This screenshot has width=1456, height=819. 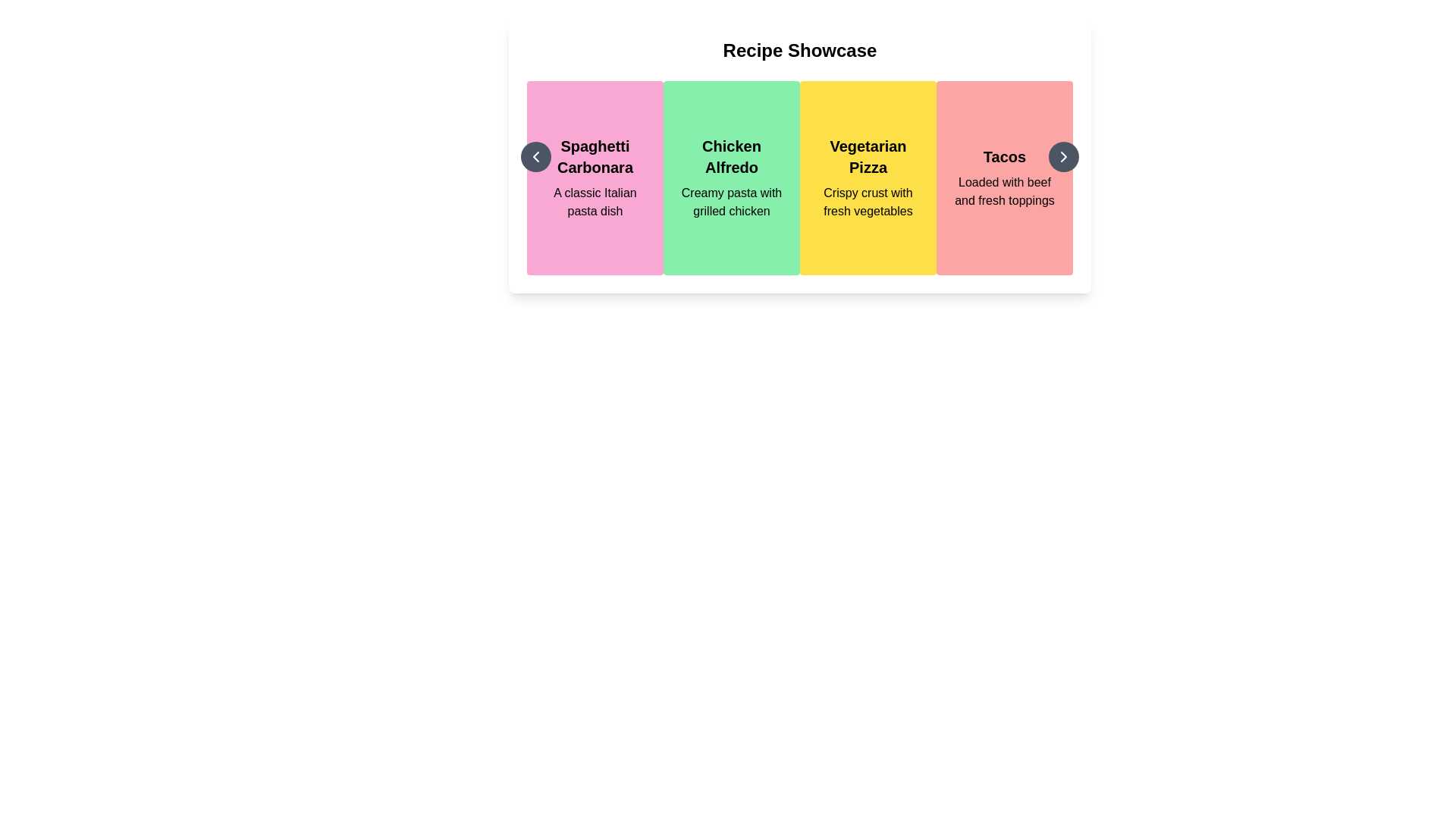 What do you see at coordinates (535, 157) in the screenshot?
I see `the leftward-facing chevron icon within the circular button that is part of the navigation control for scrolling through recipe titles` at bounding box center [535, 157].